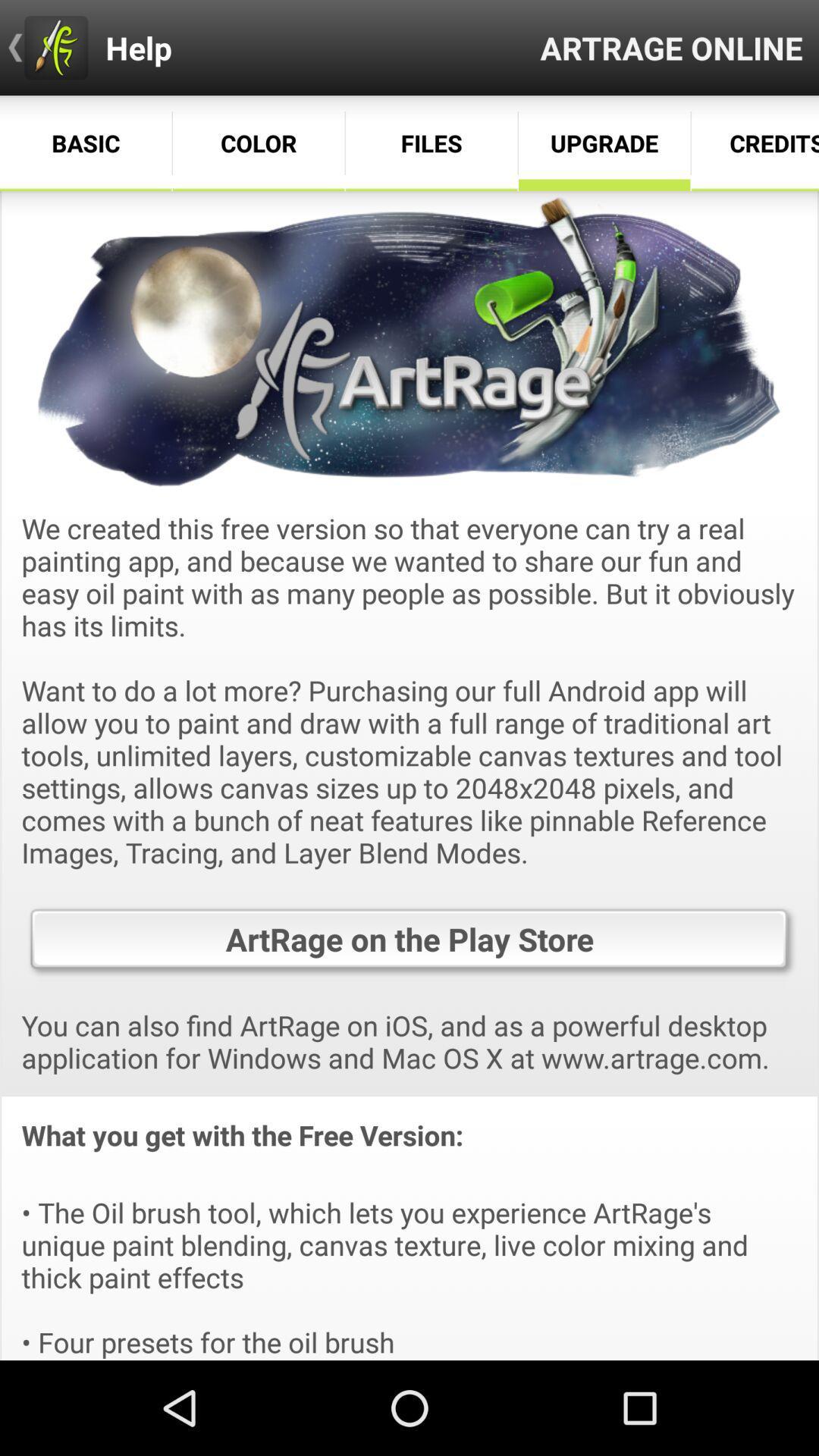 This screenshot has height=1456, width=819. Describe the element at coordinates (670, 47) in the screenshot. I see `item to the right of the help icon` at that location.